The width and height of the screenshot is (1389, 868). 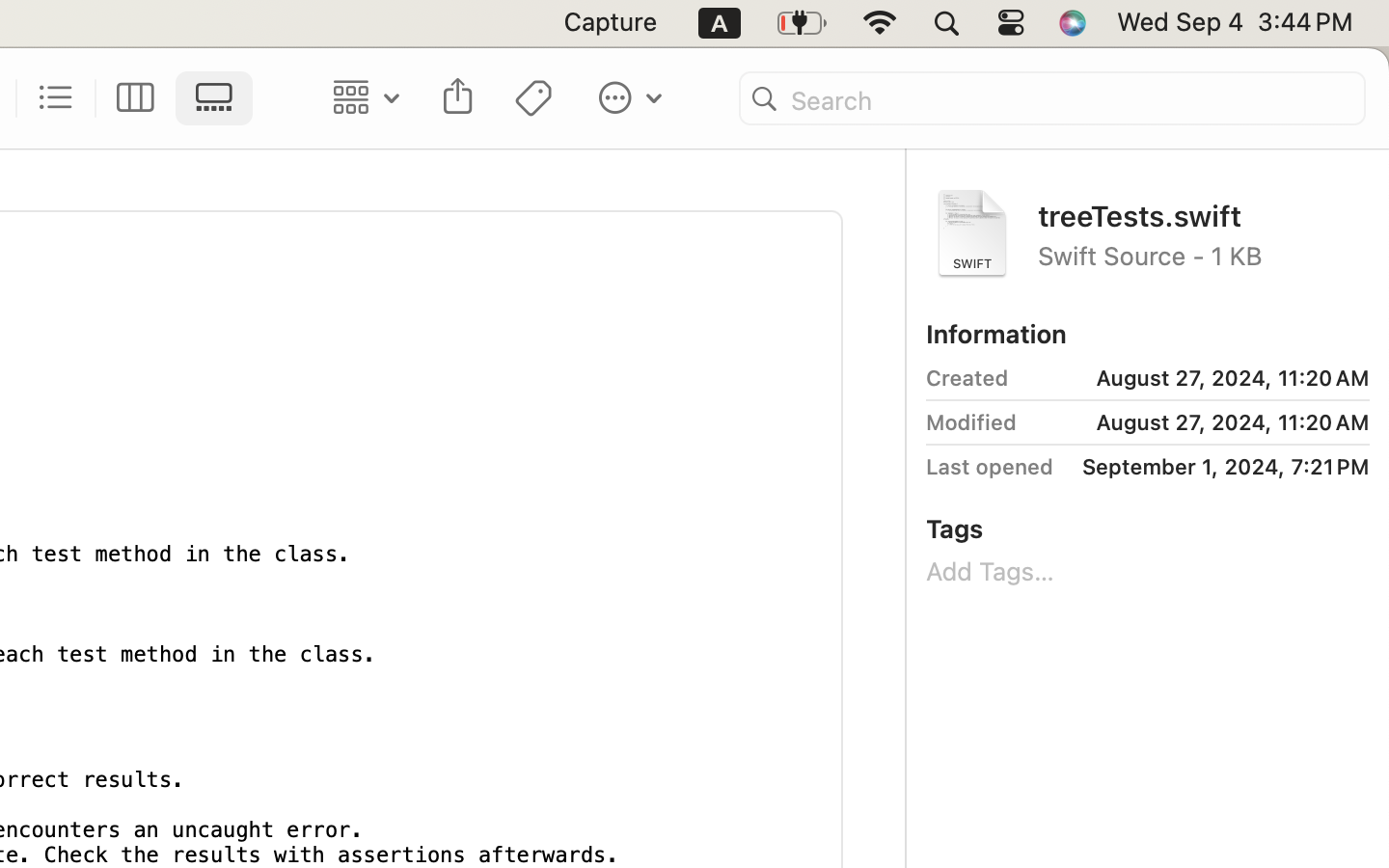 I want to click on 'August 27, 2024, 11:20 AM', so click(x=1195, y=378).